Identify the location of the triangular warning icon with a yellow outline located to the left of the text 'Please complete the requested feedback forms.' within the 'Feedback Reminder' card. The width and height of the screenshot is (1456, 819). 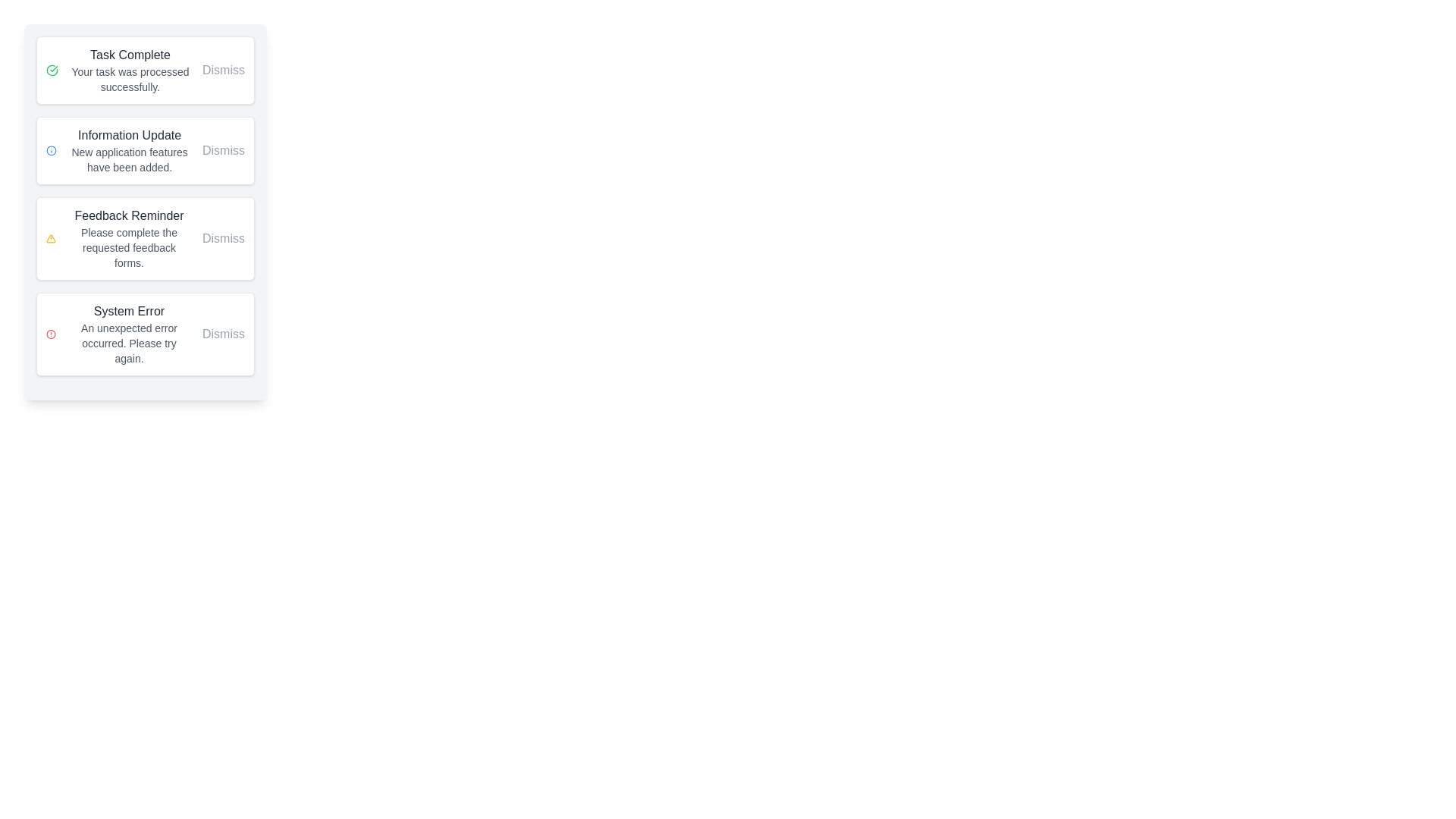
(51, 239).